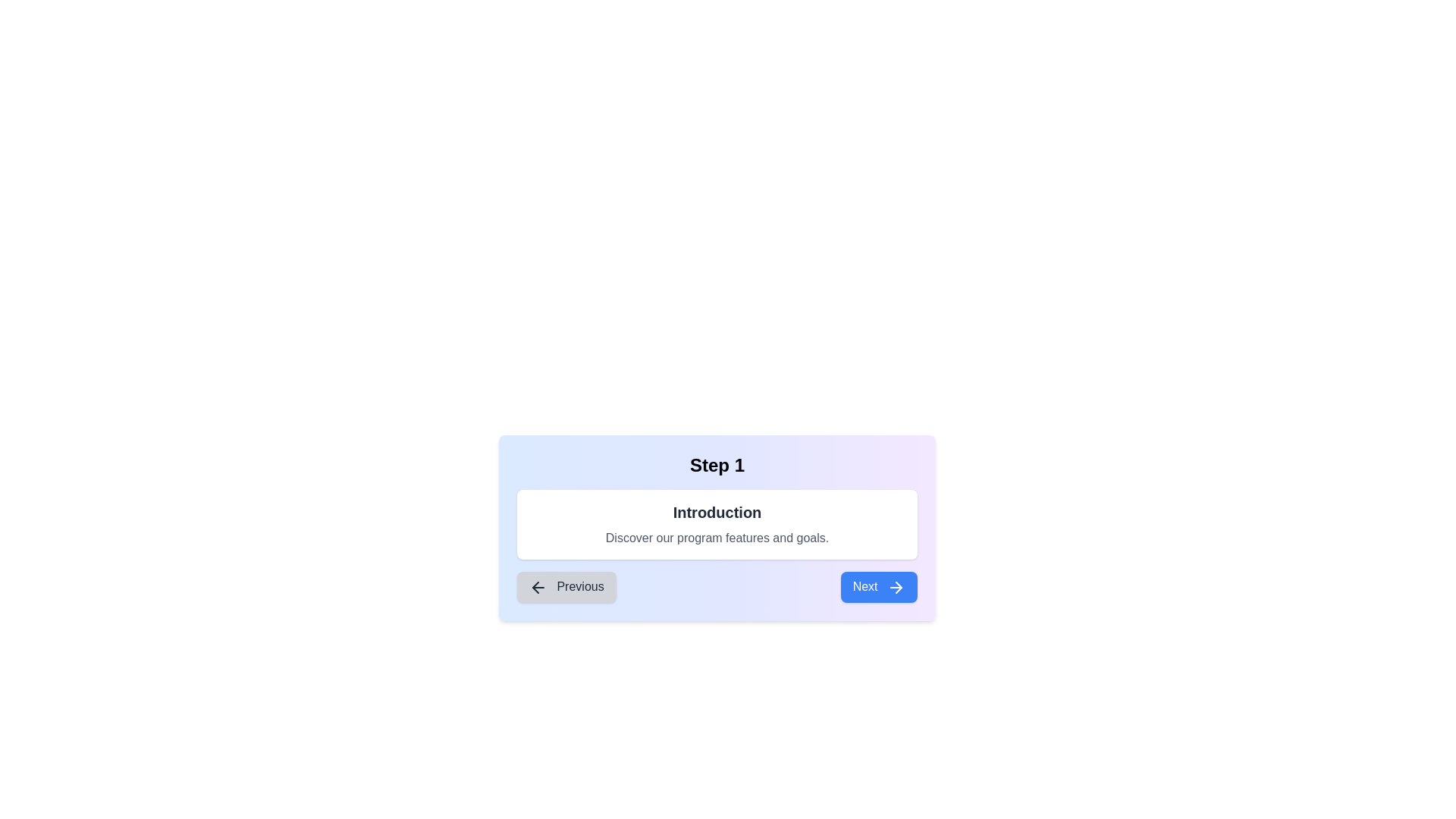  I want to click on the 'Next' button to navigate to the next step, so click(878, 586).